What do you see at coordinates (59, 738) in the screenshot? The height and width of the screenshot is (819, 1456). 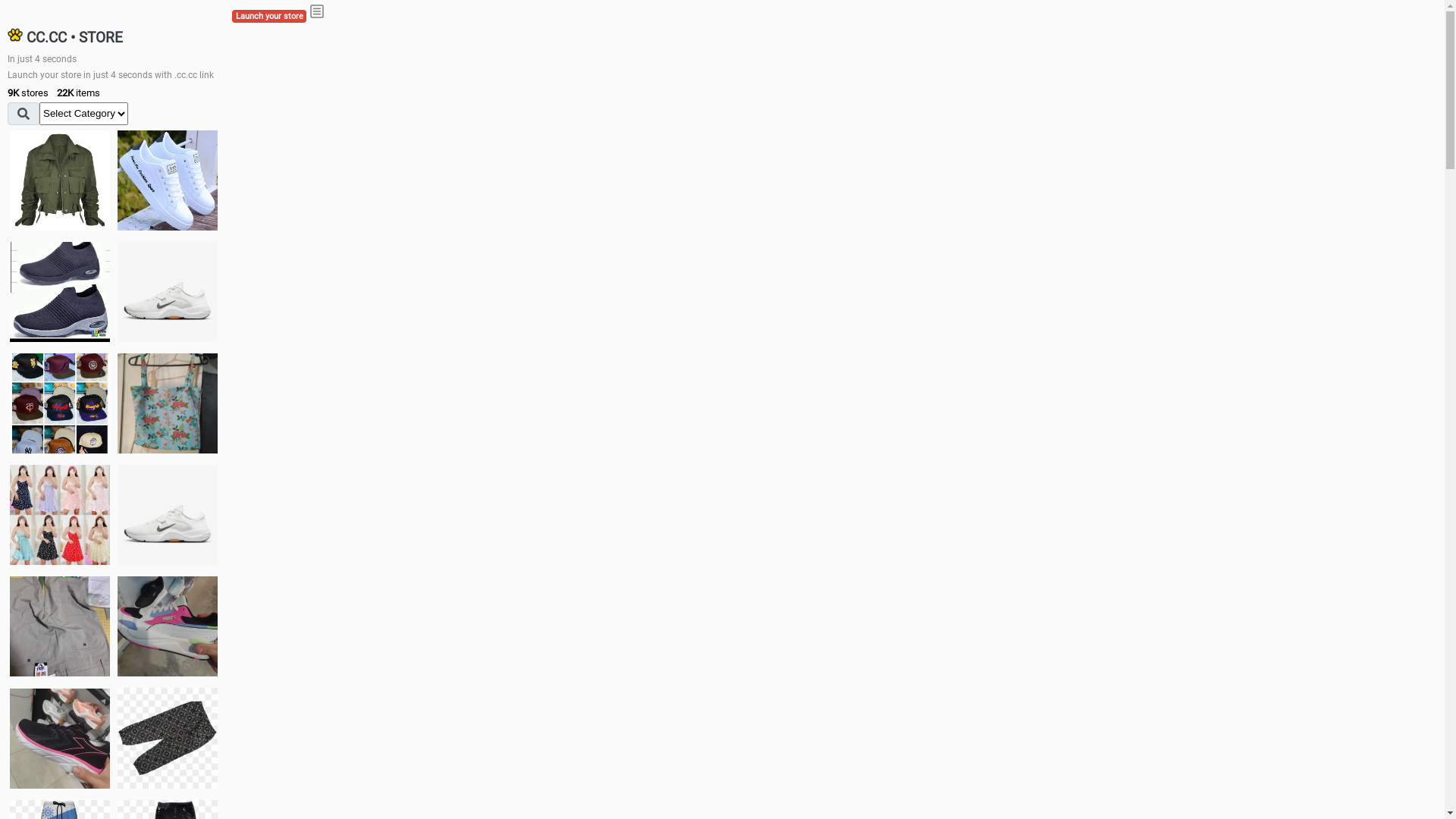 I see `'Zapatillas'` at bounding box center [59, 738].